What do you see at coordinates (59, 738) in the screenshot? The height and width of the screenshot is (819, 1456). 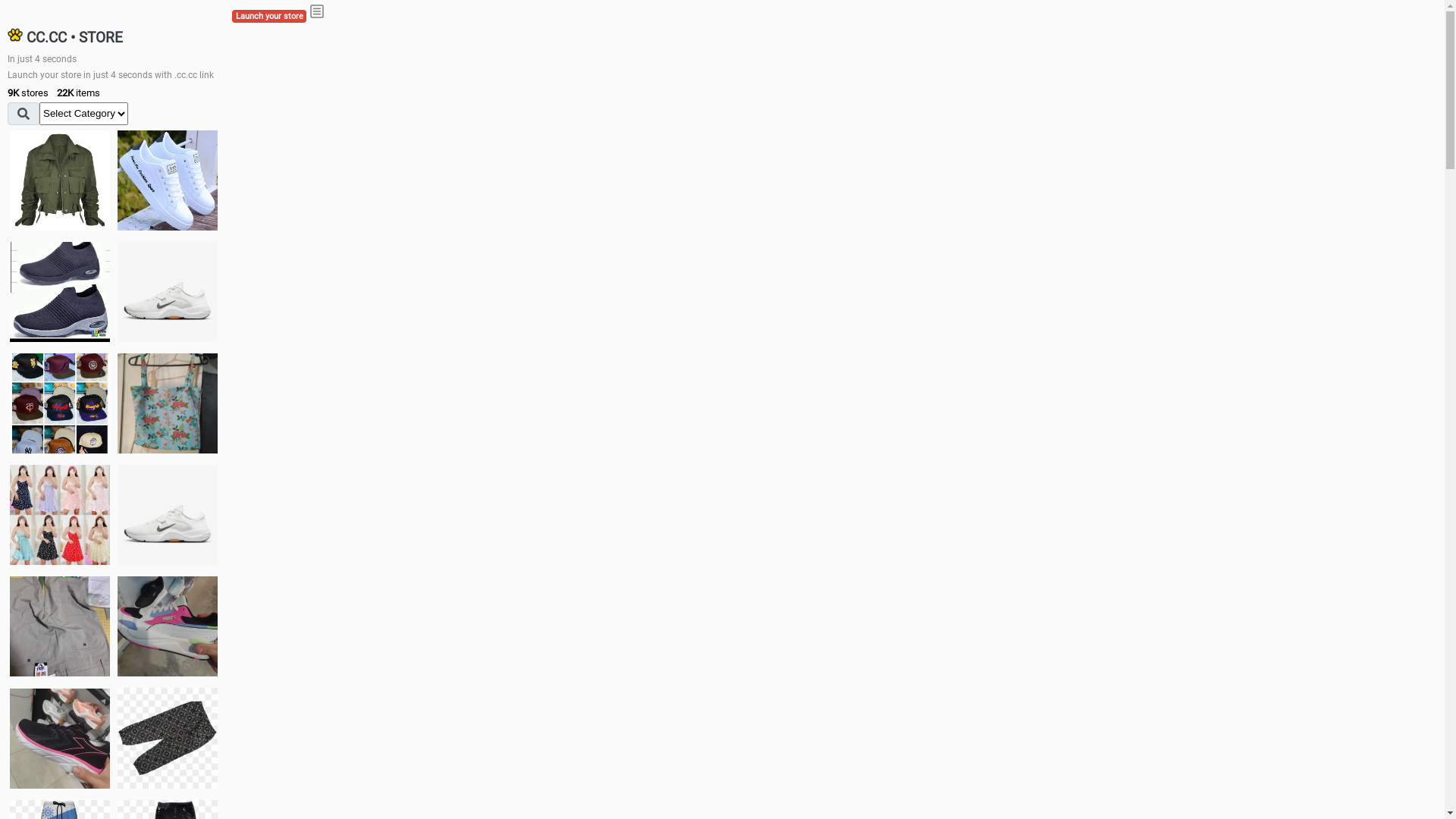 I see `'Zapatillas'` at bounding box center [59, 738].